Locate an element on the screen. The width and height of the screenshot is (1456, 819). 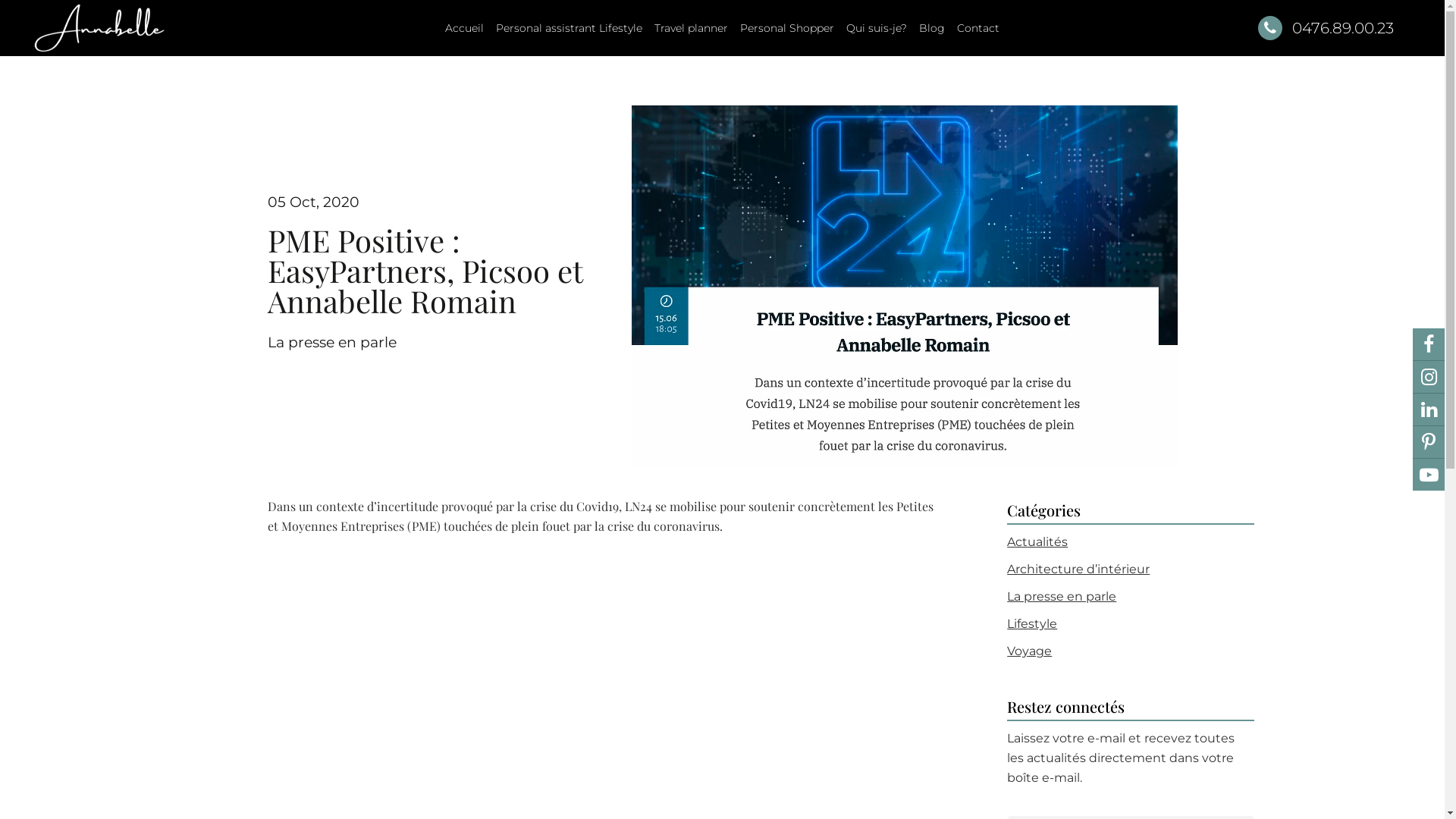
'Contact' is located at coordinates (978, 28).